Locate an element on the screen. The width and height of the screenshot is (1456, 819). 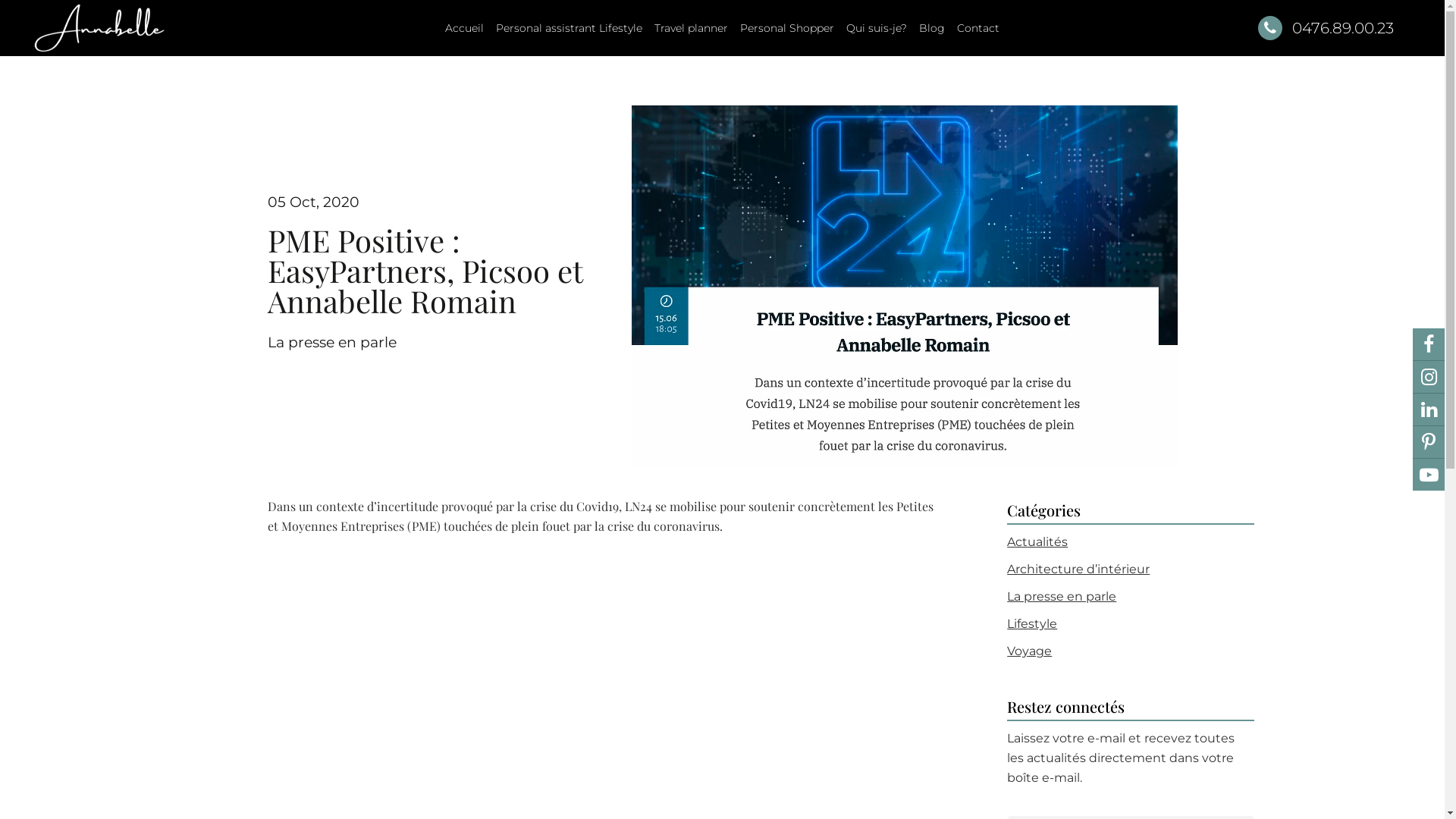
'Contact' is located at coordinates (978, 28).